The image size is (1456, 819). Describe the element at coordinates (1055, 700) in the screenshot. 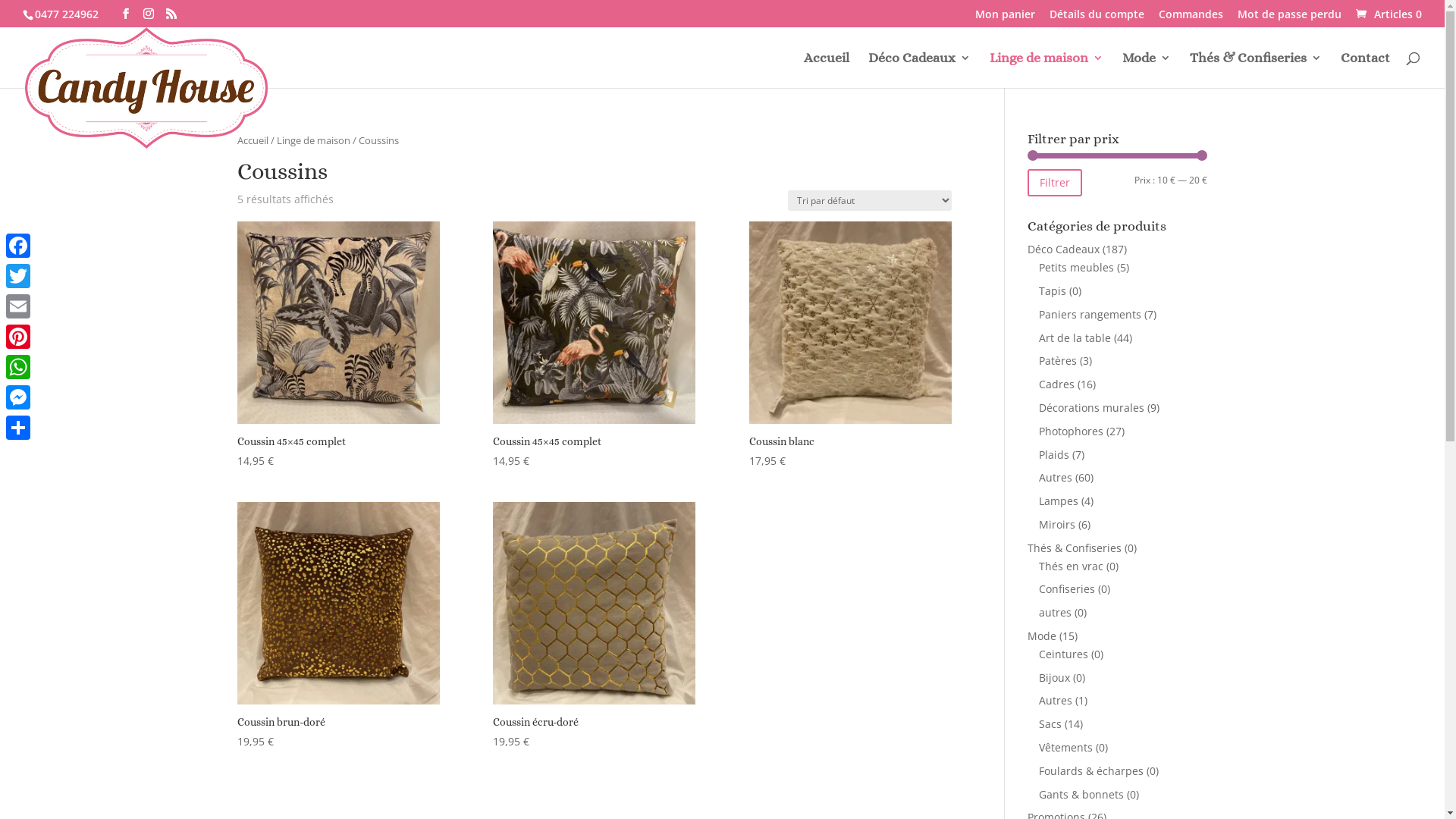

I see `'Autres'` at that location.